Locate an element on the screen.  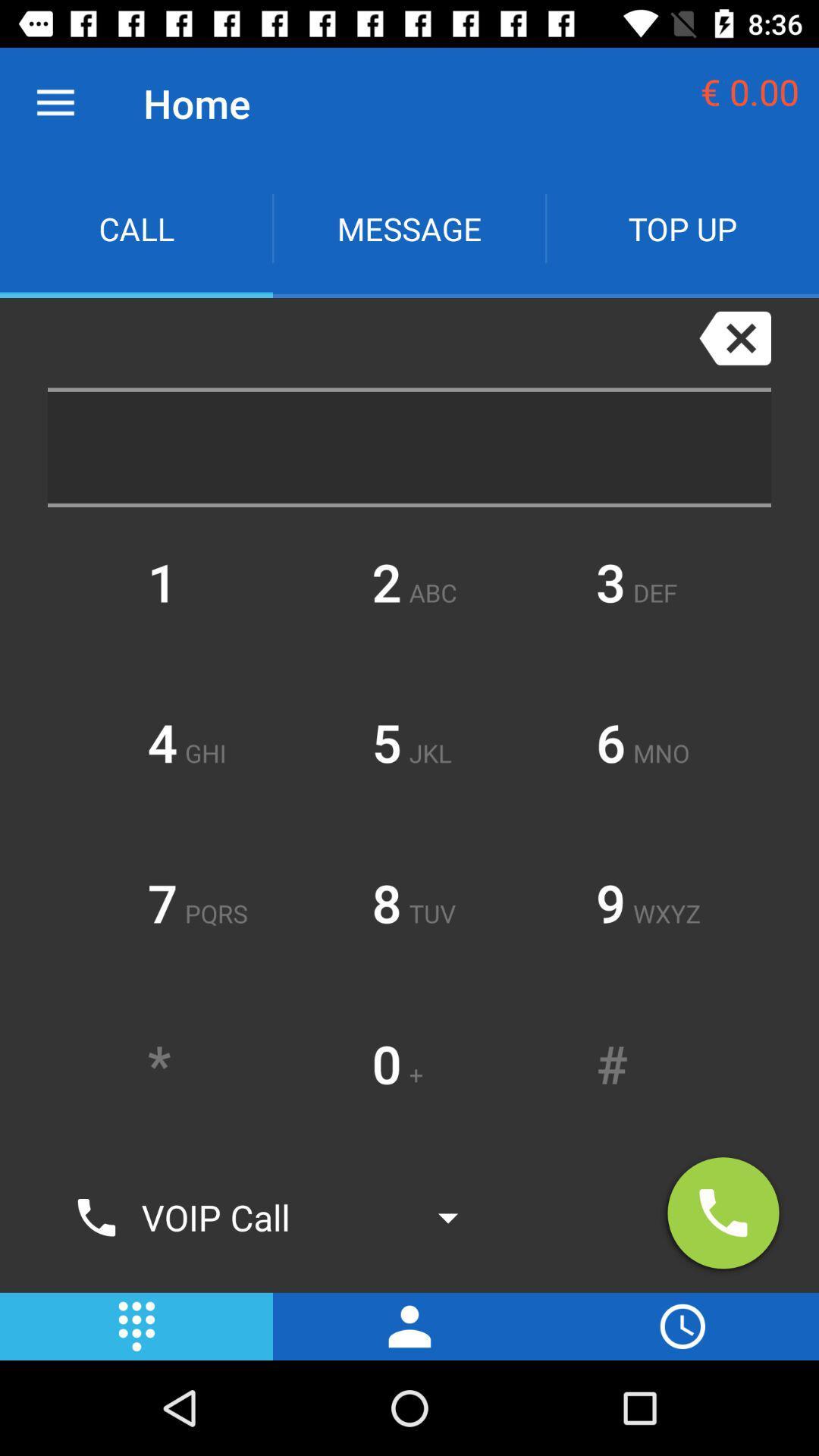
the item below the top up icon is located at coordinates (734, 337).